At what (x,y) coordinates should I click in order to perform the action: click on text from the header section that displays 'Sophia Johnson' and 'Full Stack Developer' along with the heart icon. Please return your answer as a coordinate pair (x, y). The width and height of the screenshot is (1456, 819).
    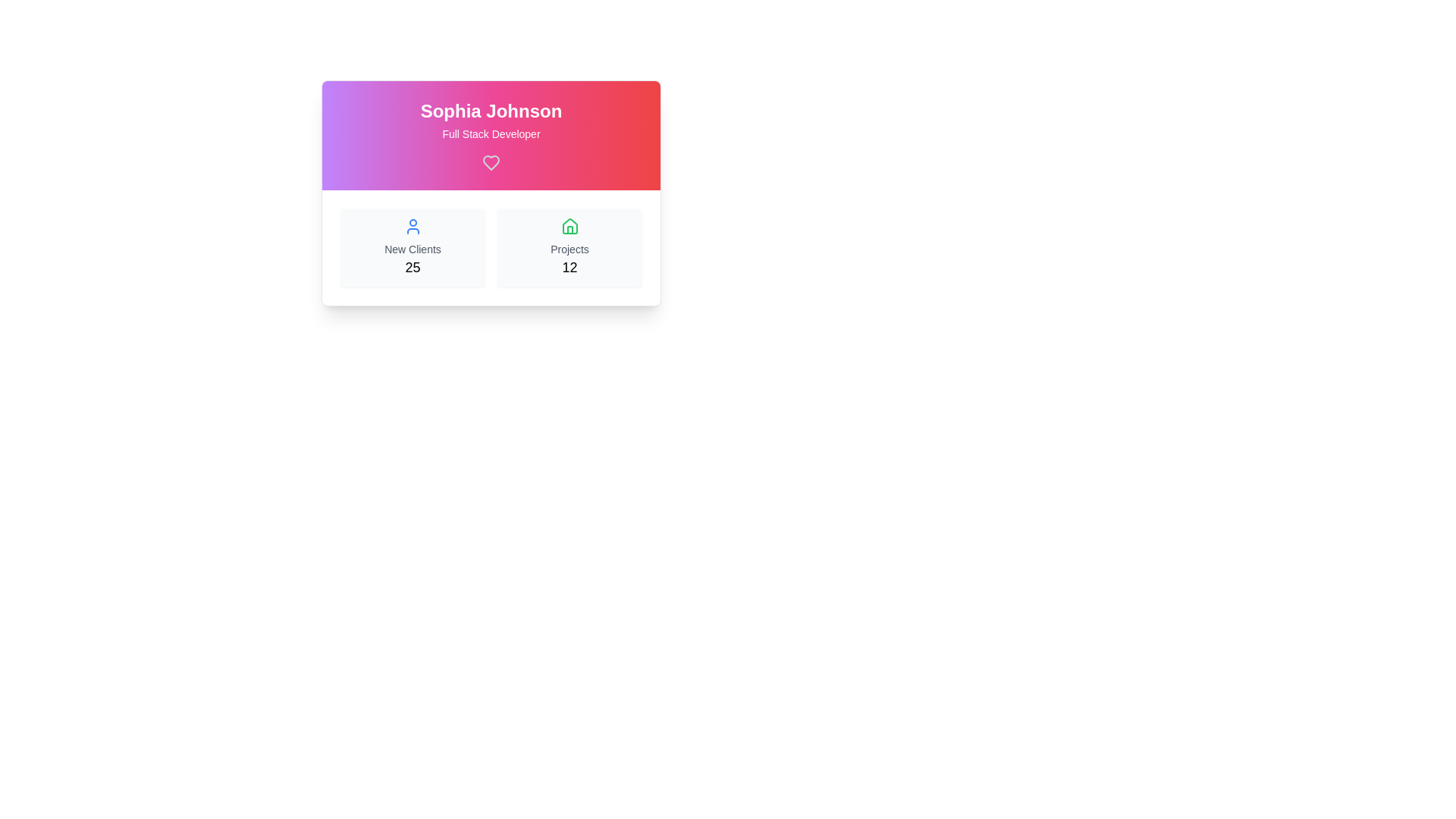
    Looking at the image, I should click on (491, 134).